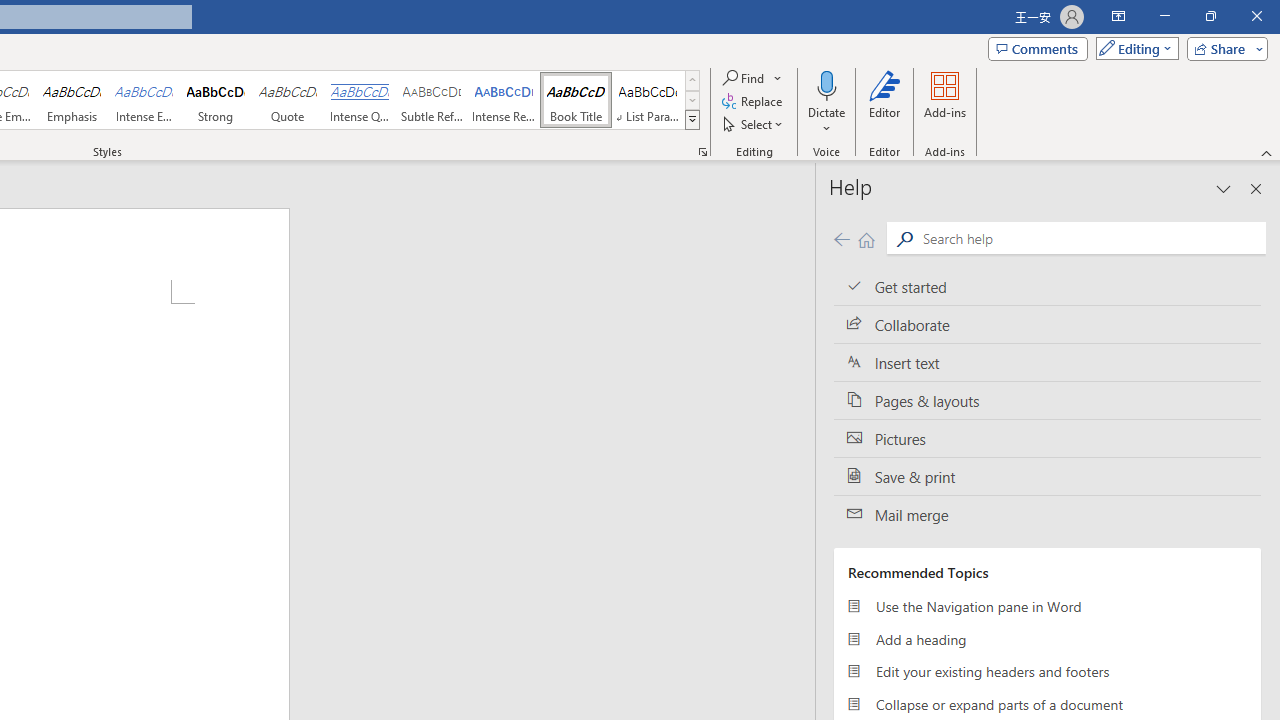  Describe the element at coordinates (693, 119) in the screenshot. I see `'Class: NetUIImage'` at that location.